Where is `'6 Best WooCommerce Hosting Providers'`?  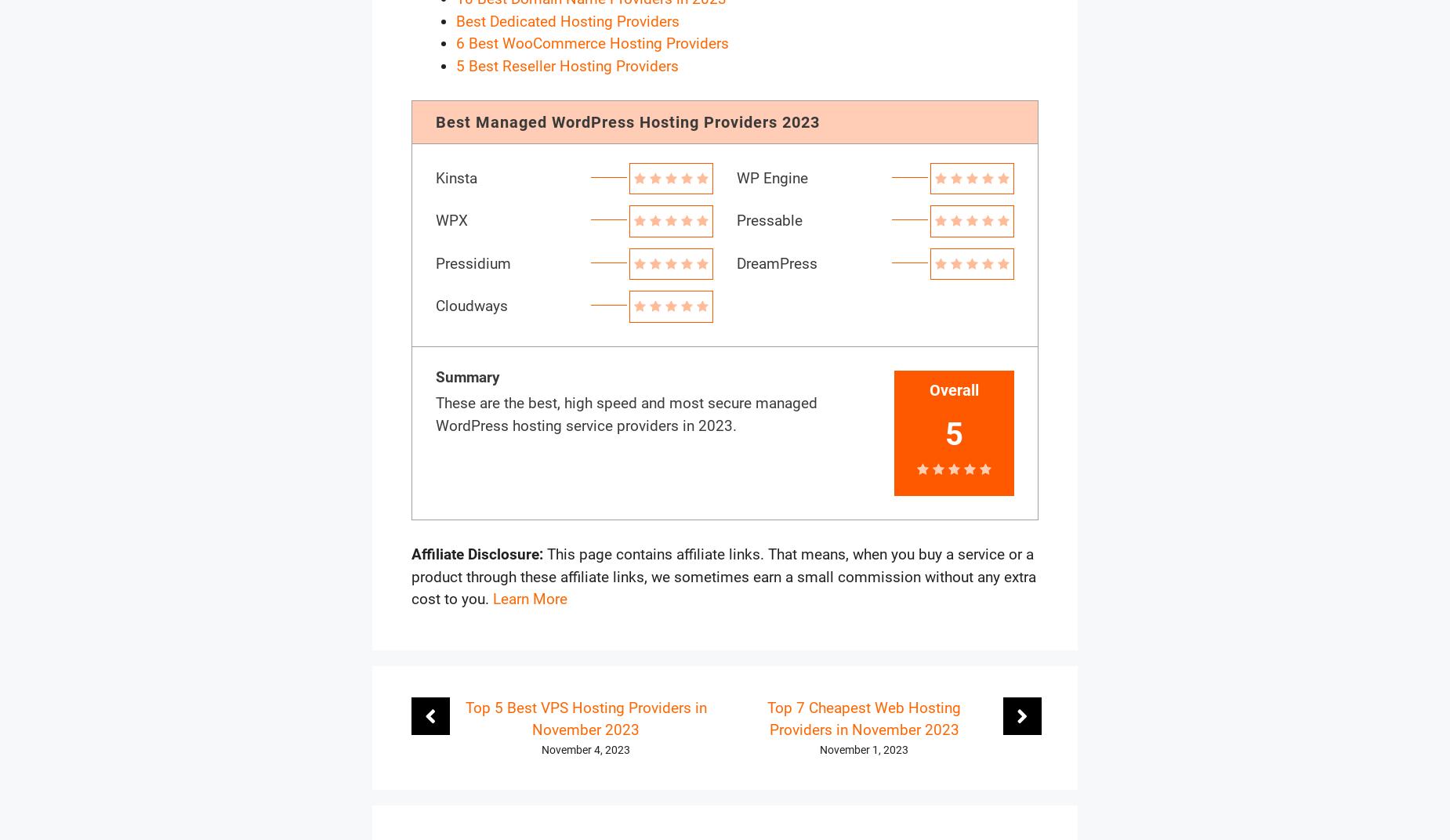
'6 Best WooCommerce Hosting Providers' is located at coordinates (592, 42).